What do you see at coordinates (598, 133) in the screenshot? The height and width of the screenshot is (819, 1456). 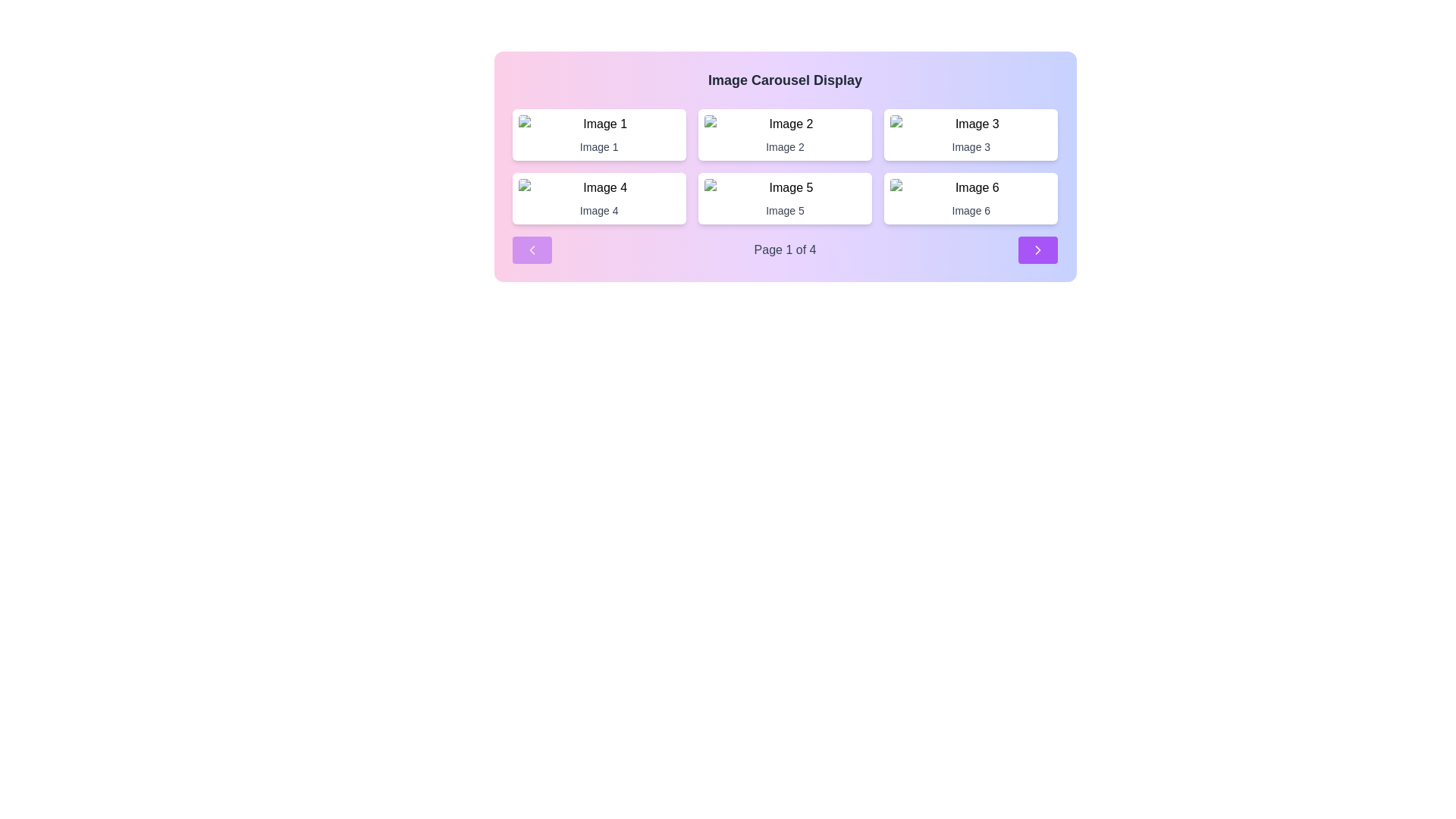 I see `the first card component in the grid, which has a white background, rounded corners, and contains an image placeholder labeled 'Image 1' at the top with centered text 'Image 1' below it` at bounding box center [598, 133].